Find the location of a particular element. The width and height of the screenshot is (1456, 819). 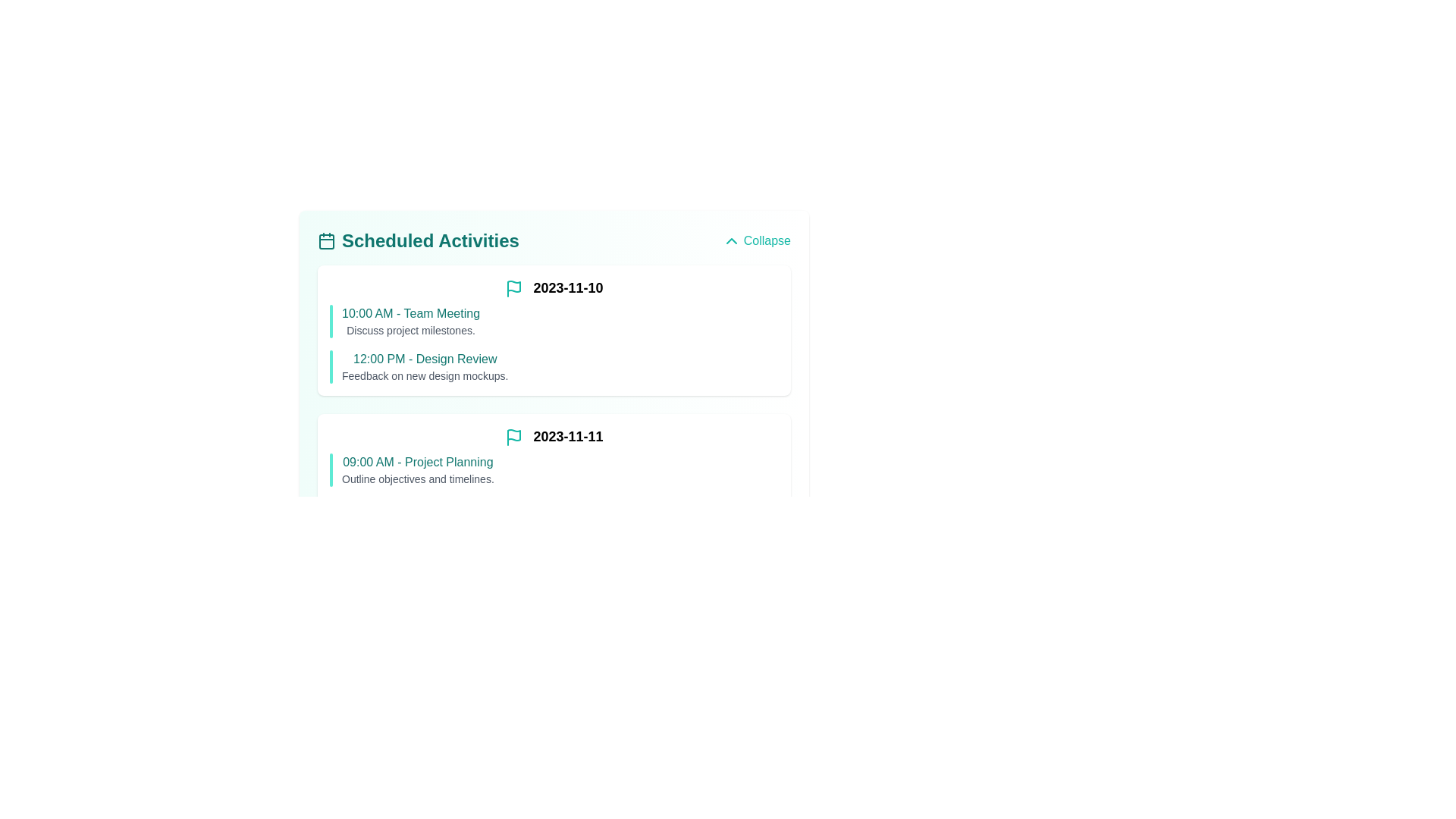

the static text label displaying '12:00 PM - Design Review', which is styled with medium font weight and teal color, located between '10:00 AM - Team Meeting' and '09:00 AM - Project Planning' is located at coordinates (425, 359).